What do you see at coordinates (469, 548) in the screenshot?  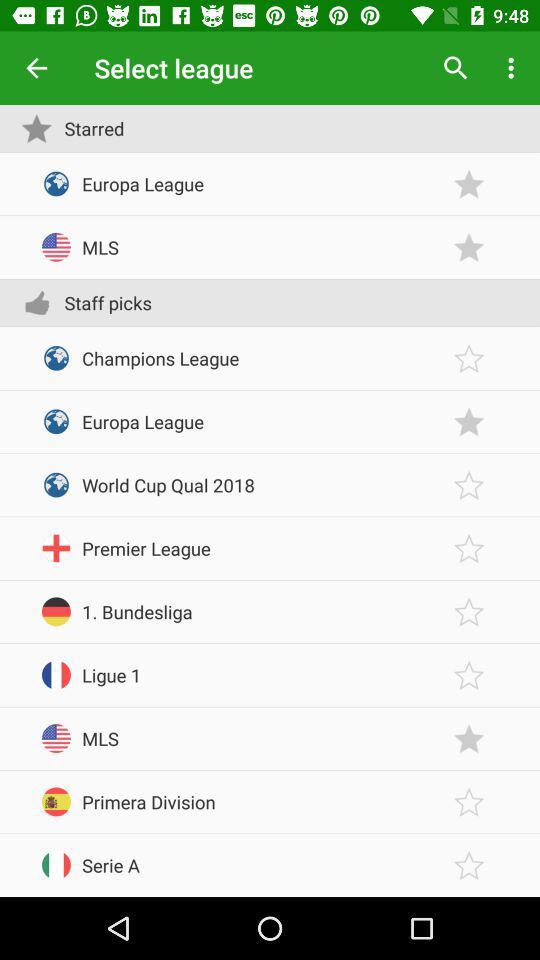 I see `would favorite permier league` at bounding box center [469, 548].